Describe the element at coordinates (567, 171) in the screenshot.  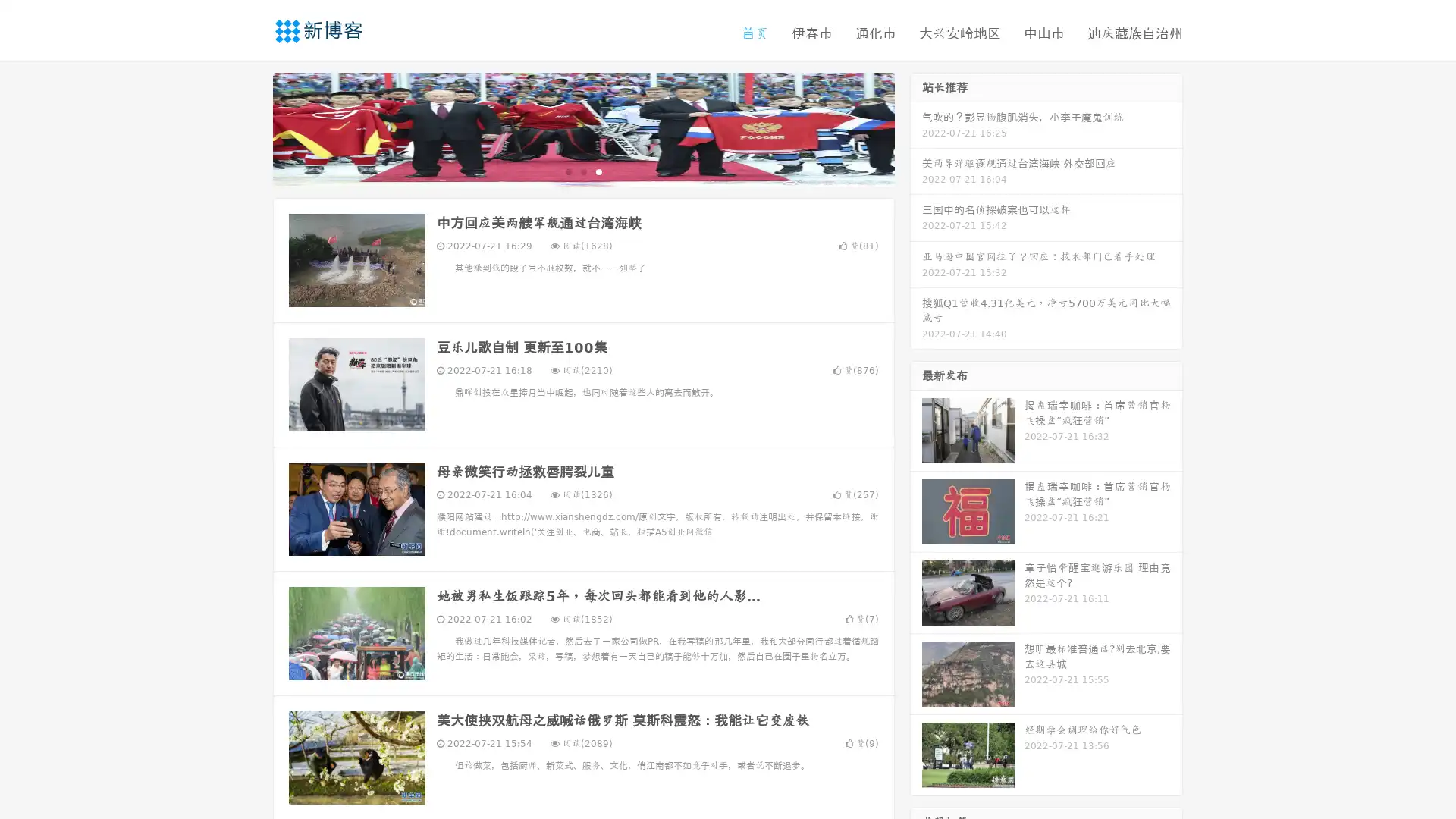
I see `Go to slide 1` at that location.